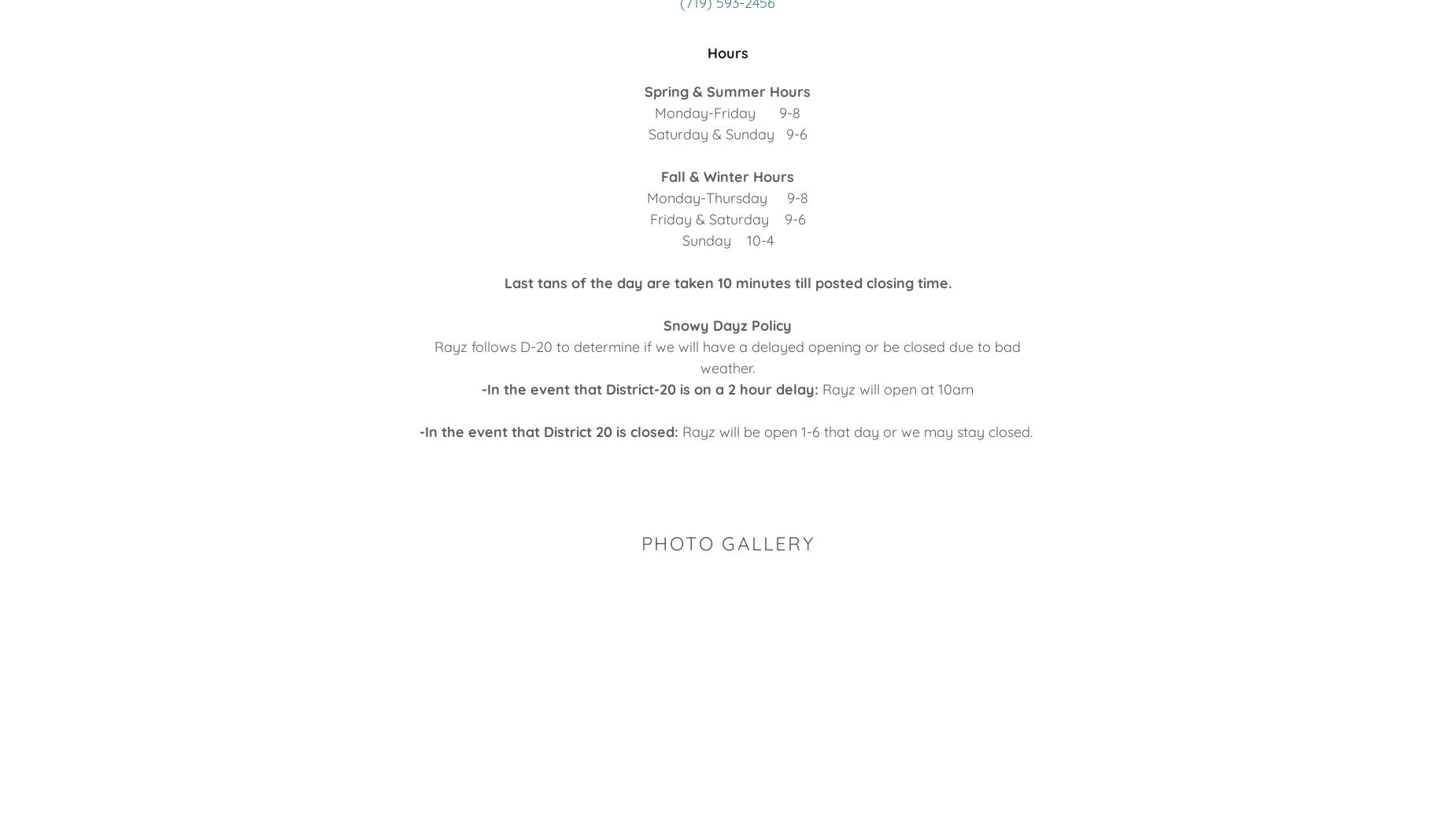  Describe the element at coordinates (548, 432) in the screenshot. I see `'-In the event that District 20 is closed:'` at that location.